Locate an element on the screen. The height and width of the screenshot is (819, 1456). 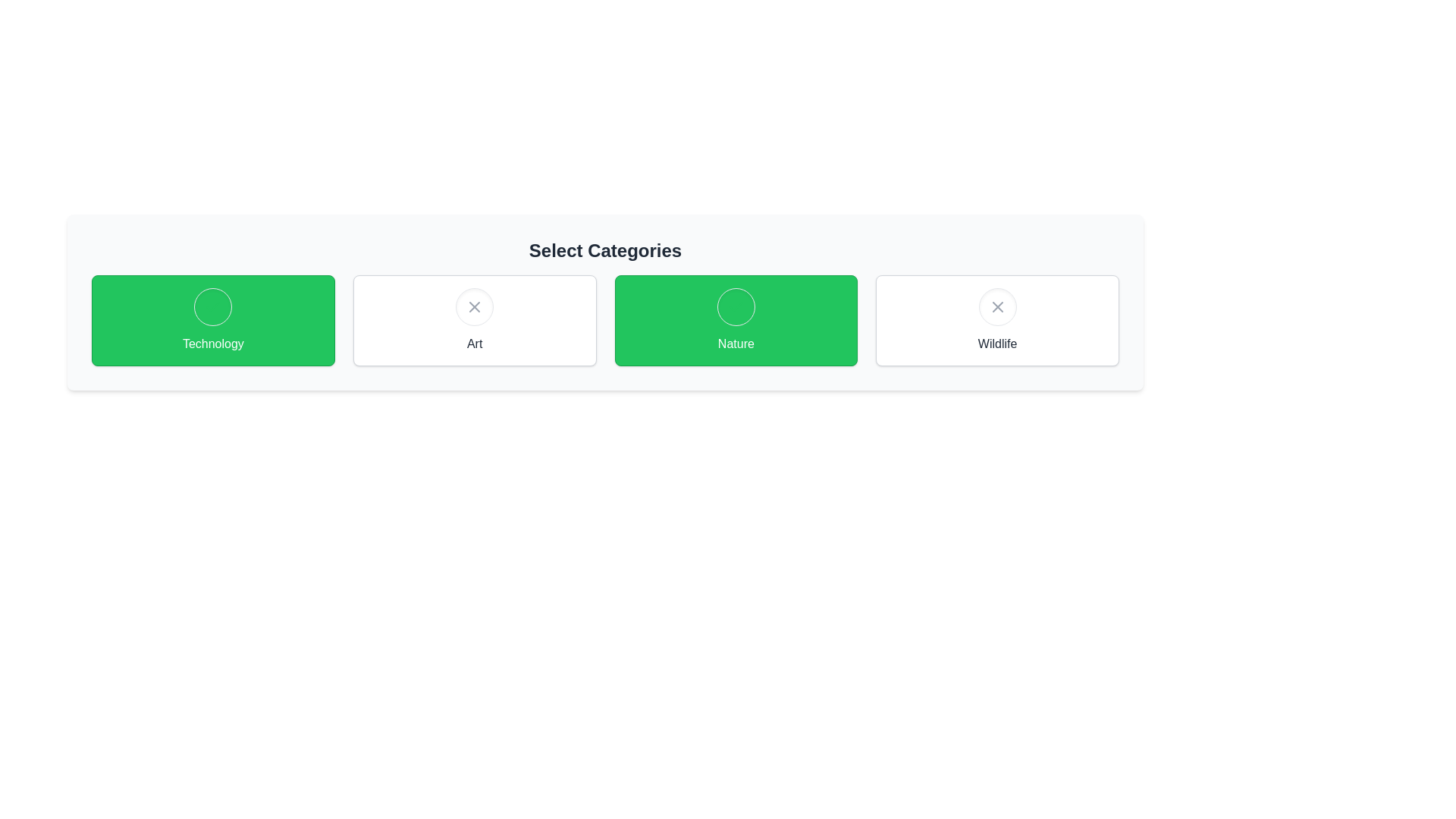
the chip corresponding to the category Technology is located at coordinates (212, 320).